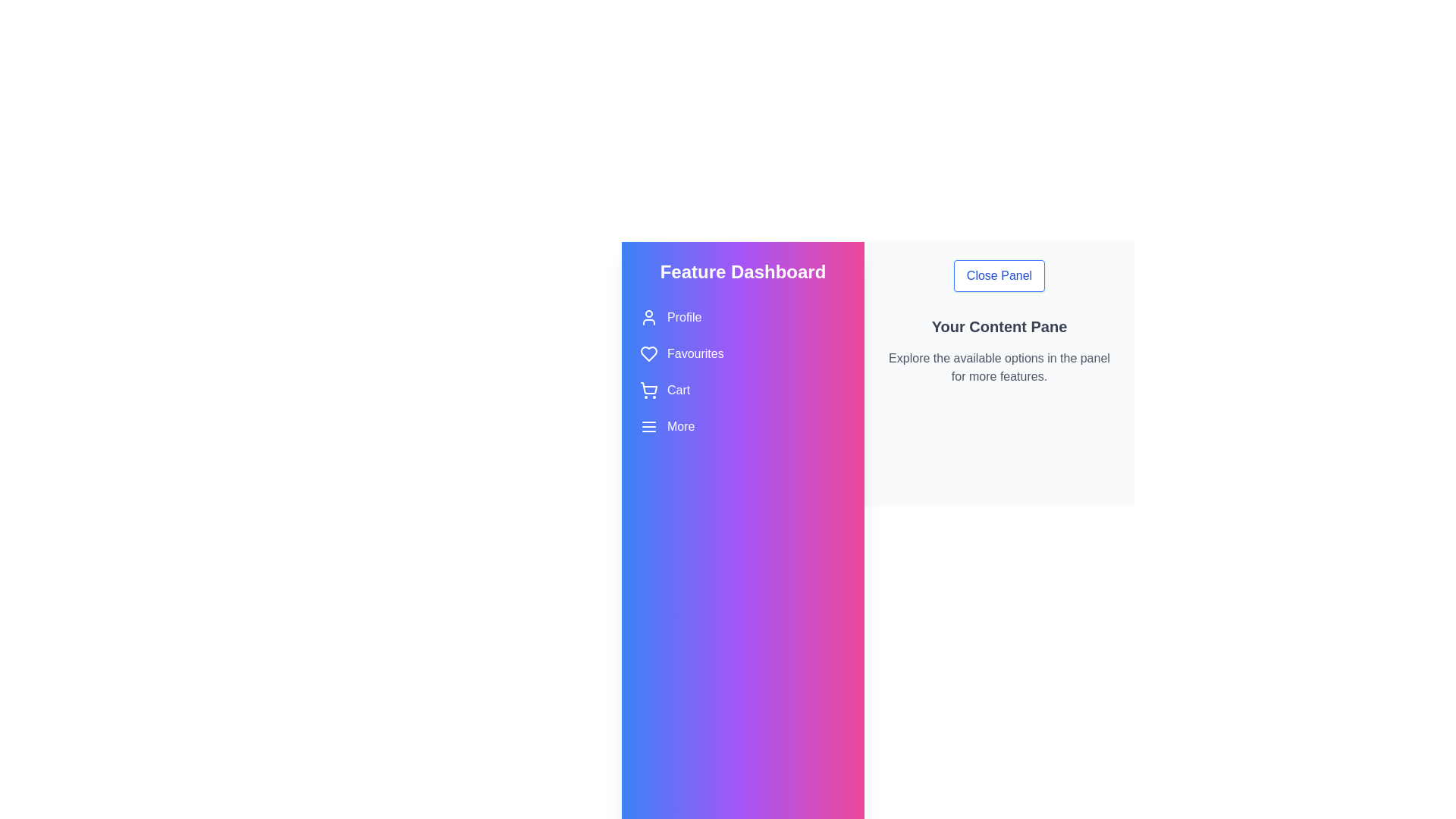 The image size is (1456, 819). Describe the element at coordinates (999, 275) in the screenshot. I see `the 'Close Panel' button to close the drawer` at that location.